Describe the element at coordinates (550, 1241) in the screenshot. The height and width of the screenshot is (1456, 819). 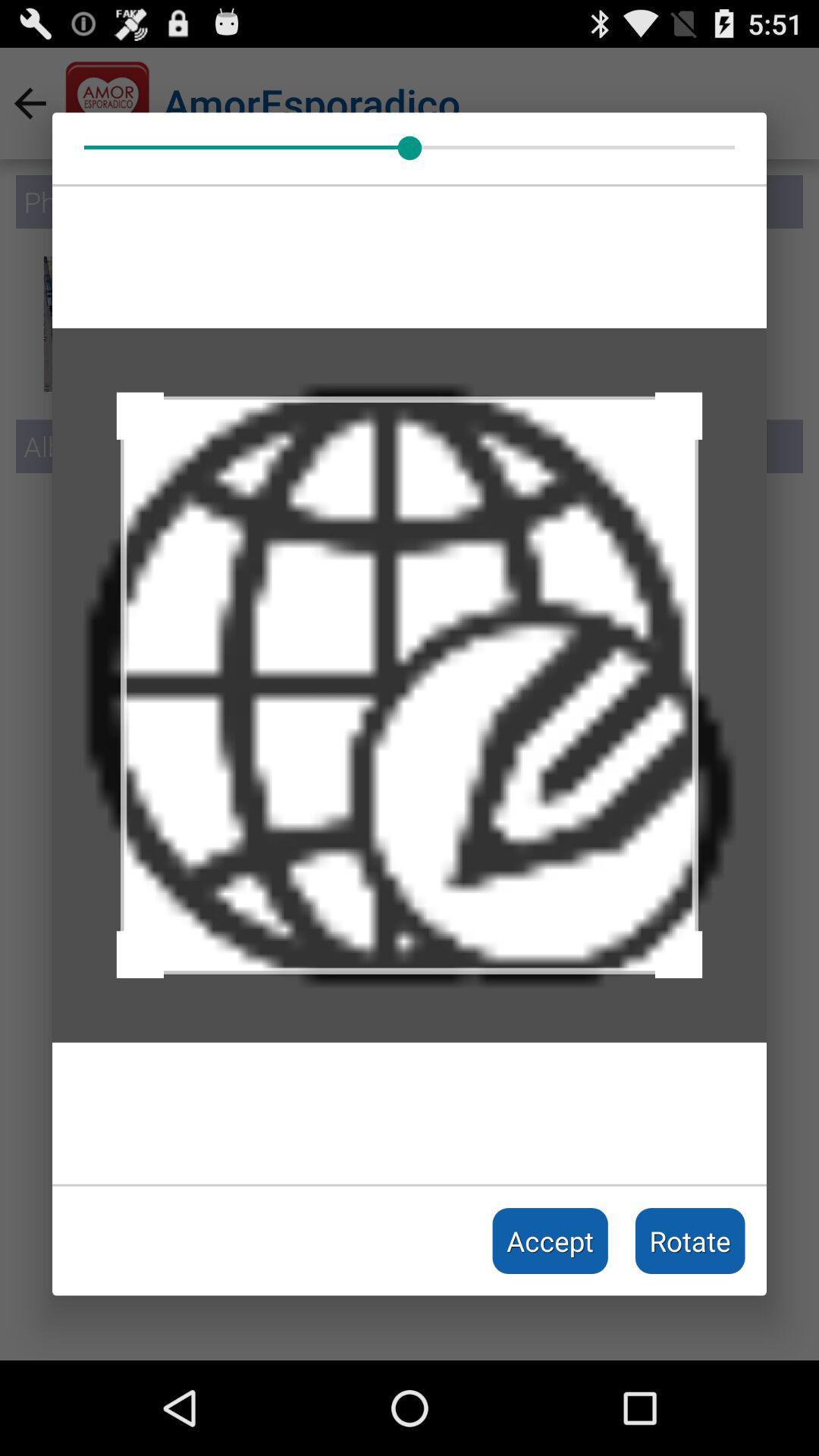
I see `the icon to the left of rotate icon` at that location.